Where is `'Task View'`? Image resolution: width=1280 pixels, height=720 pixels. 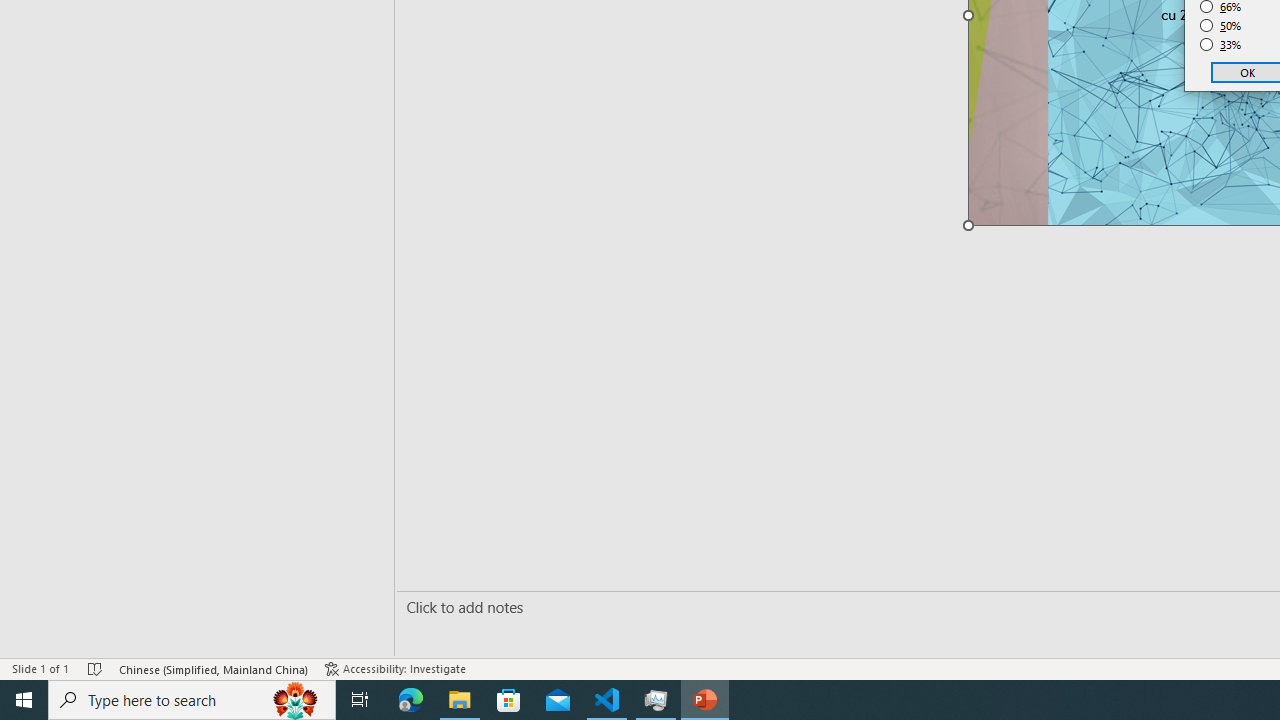 'Task View' is located at coordinates (359, 698).